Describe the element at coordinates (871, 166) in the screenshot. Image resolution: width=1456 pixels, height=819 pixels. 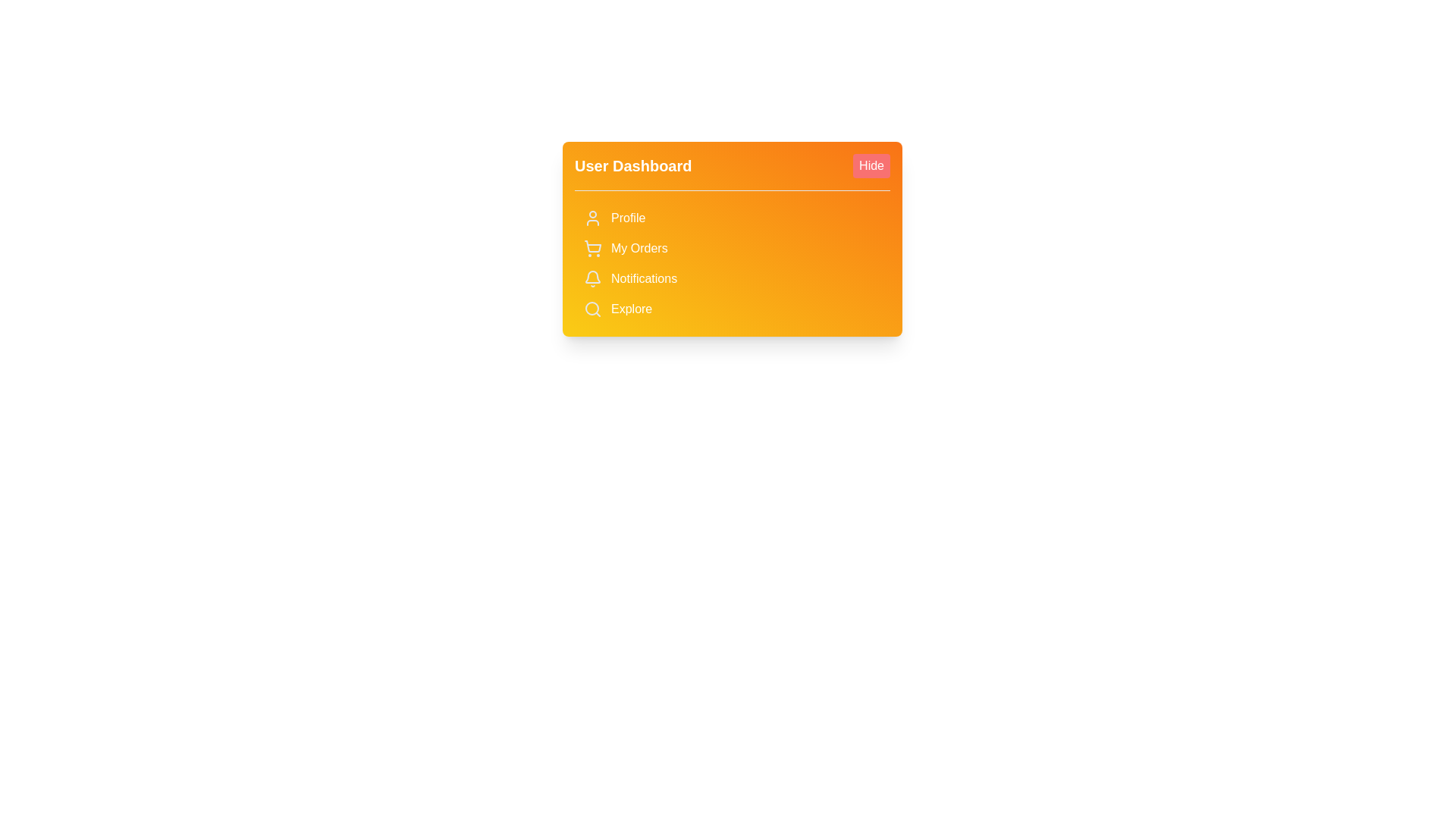
I see `'Hide' button to toggle the menu visibility` at that location.